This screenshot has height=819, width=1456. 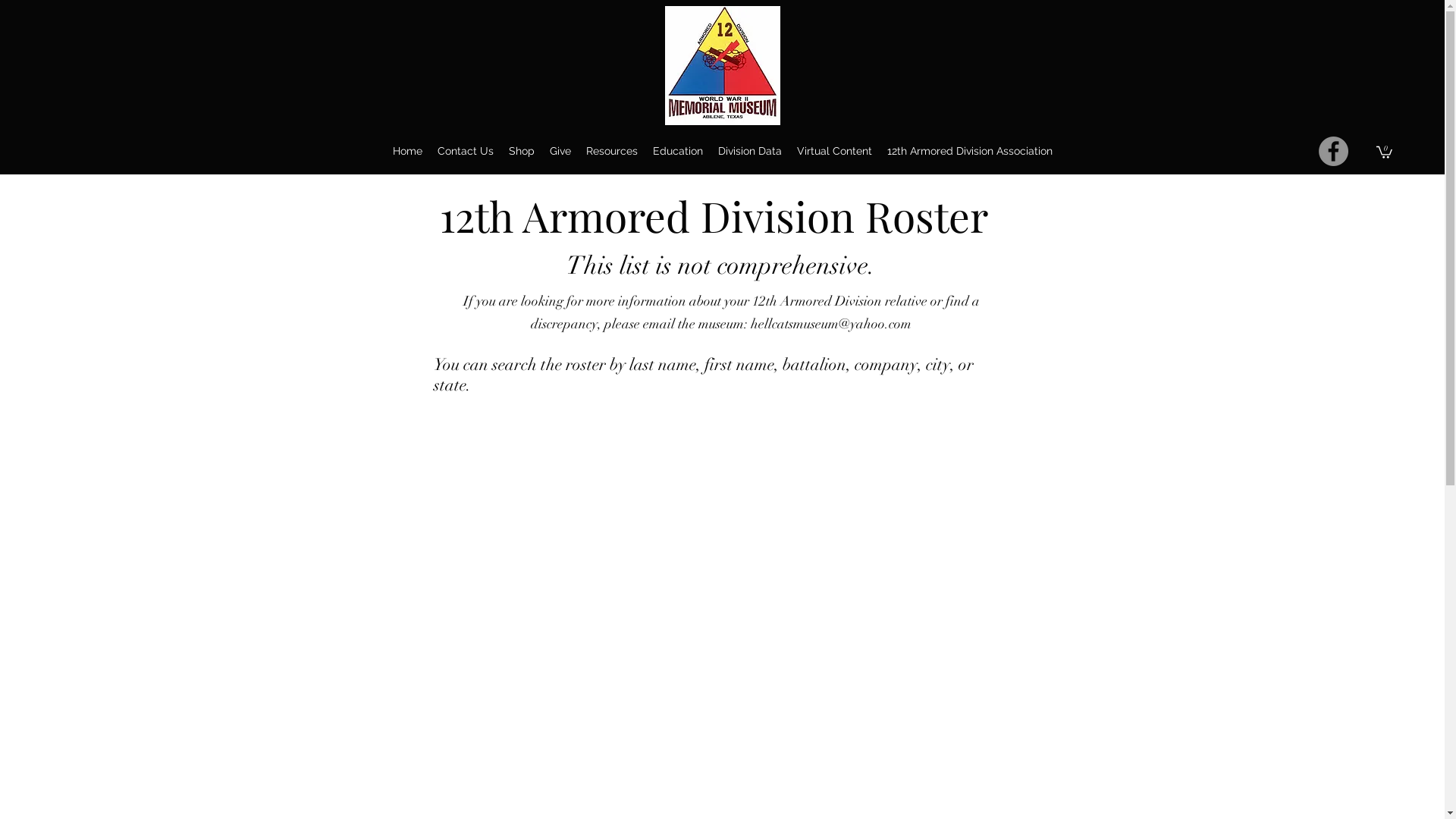 I want to click on 'Home', so click(x=407, y=151).